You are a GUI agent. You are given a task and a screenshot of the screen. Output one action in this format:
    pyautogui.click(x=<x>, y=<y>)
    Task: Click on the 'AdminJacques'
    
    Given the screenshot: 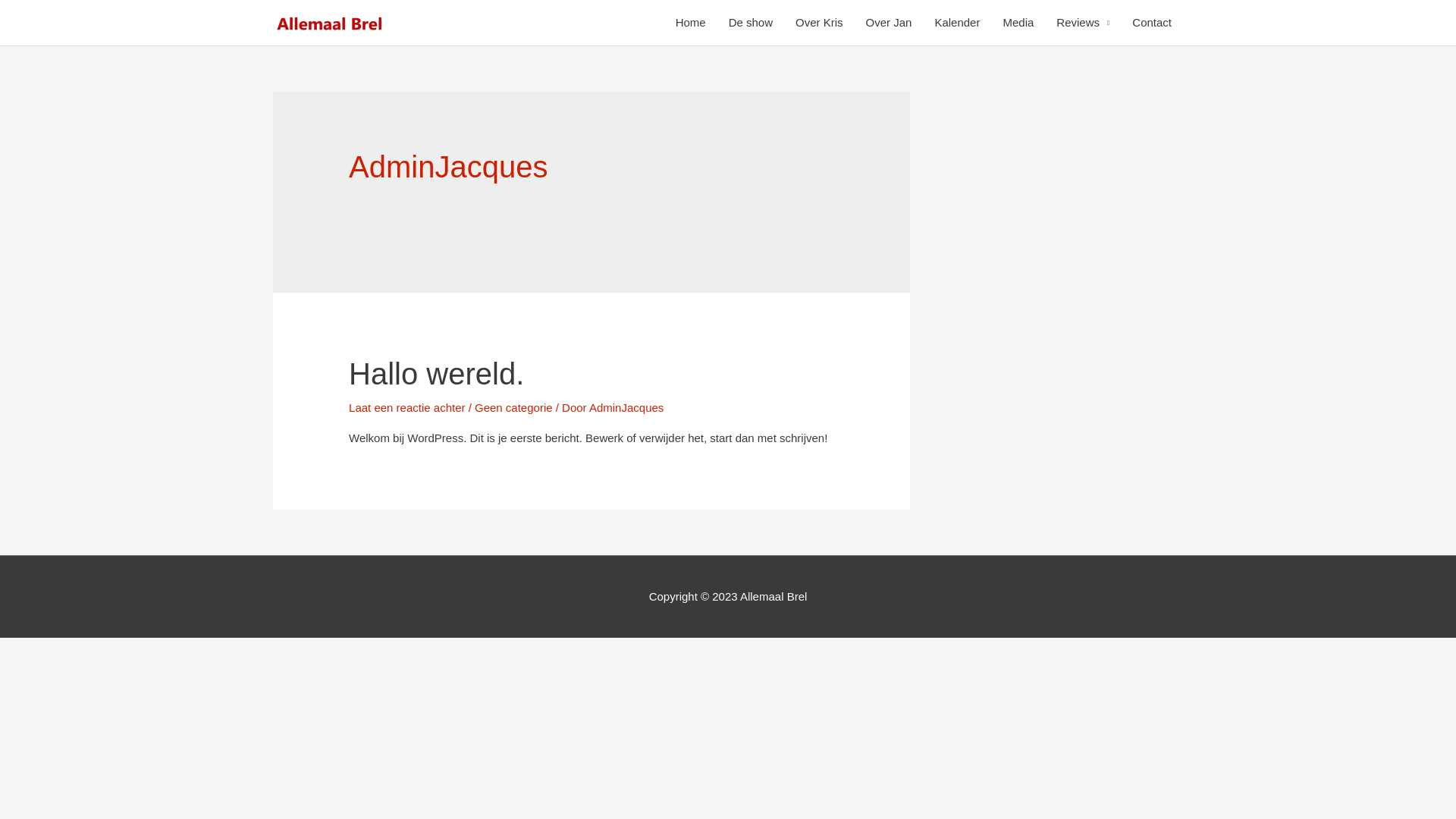 What is the action you would take?
    pyautogui.click(x=626, y=406)
    